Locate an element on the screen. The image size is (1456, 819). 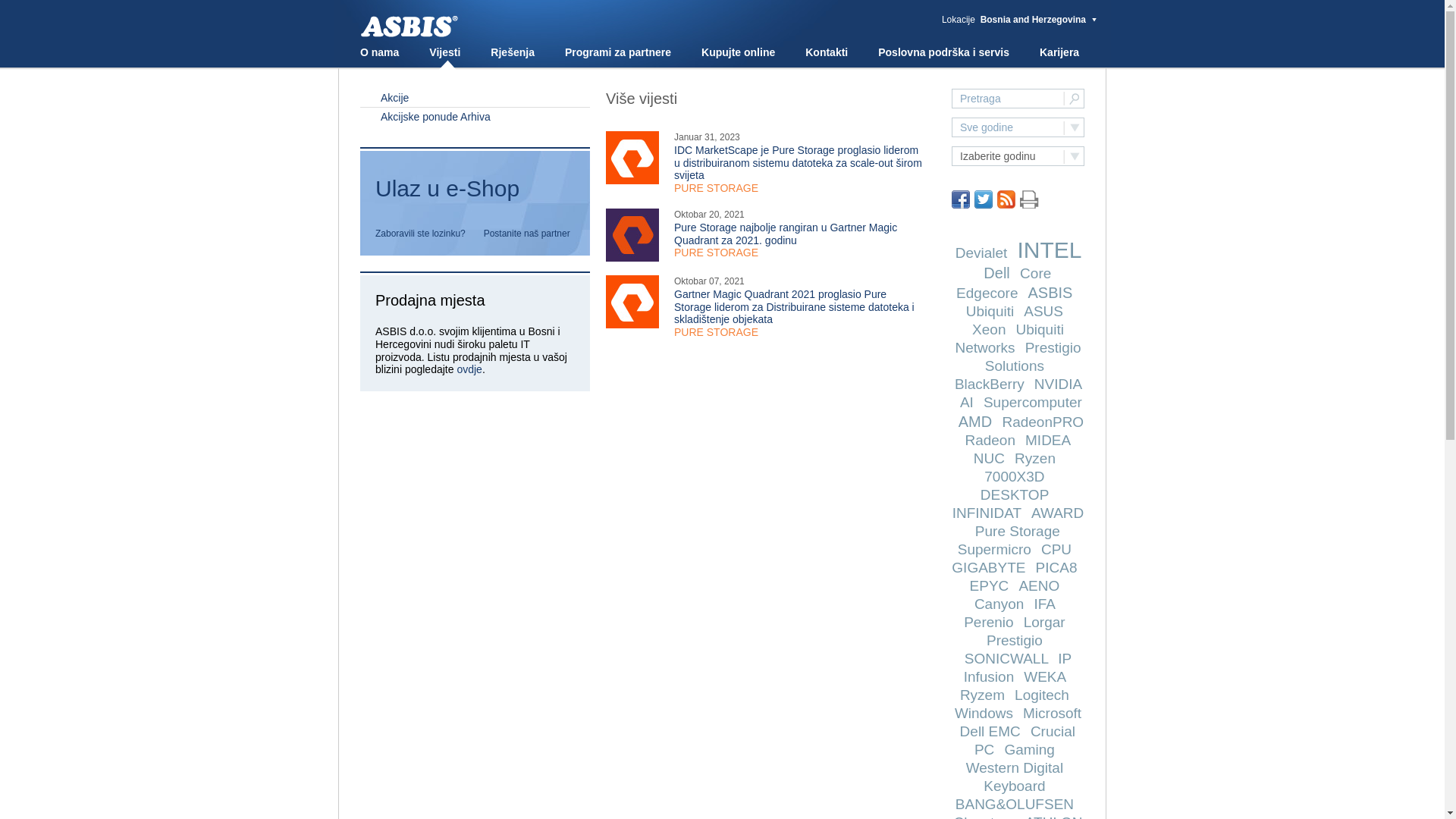
'Radeon' is located at coordinates (990, 440).